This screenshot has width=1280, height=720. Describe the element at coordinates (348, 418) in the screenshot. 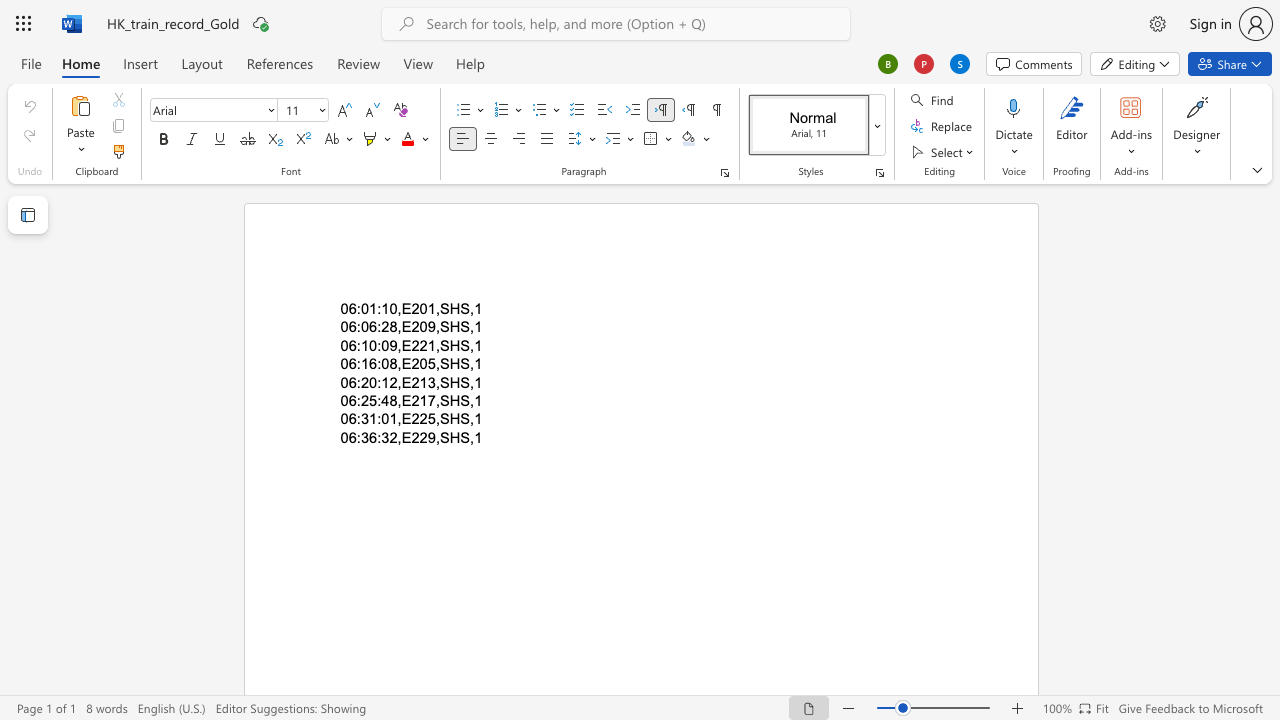

I see `the space between the continuous character "0" and "6" in the text` at that location.